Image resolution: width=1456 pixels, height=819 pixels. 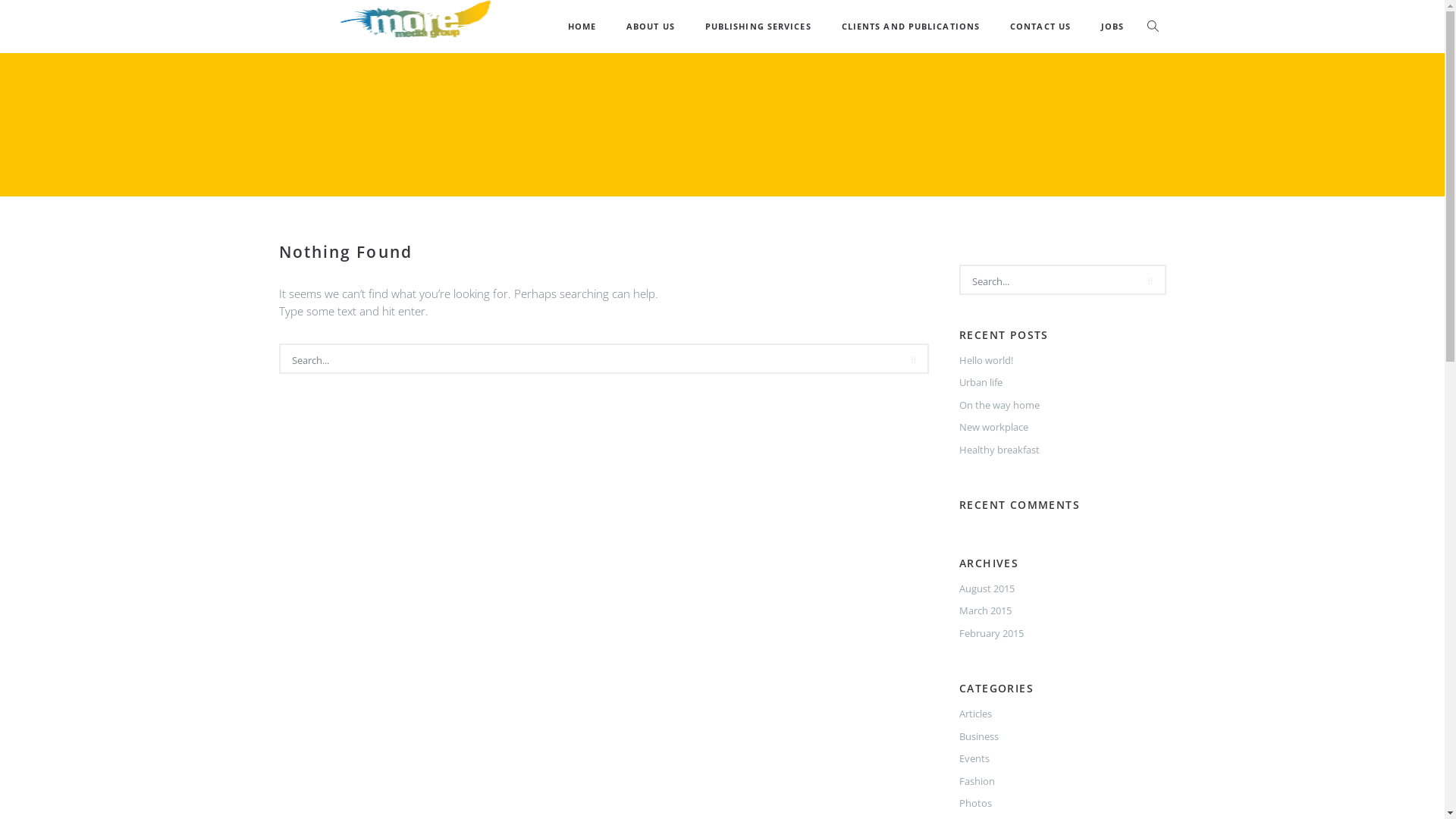 I want to click on 'HOME', so click(x=581, y=26).